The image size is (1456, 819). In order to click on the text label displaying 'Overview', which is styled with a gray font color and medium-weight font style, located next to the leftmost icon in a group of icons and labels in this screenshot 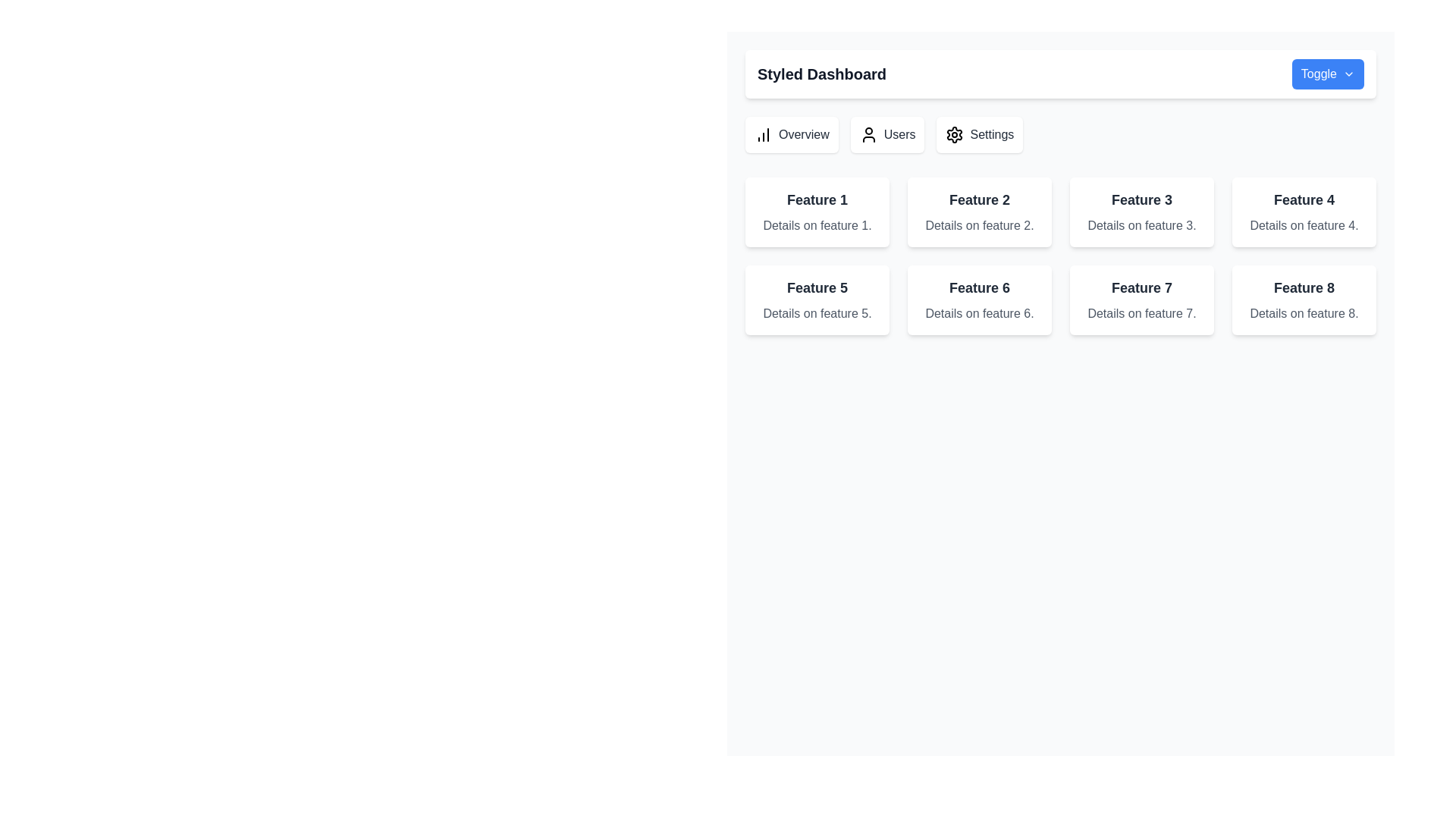, I will do `click(803, 133)`.